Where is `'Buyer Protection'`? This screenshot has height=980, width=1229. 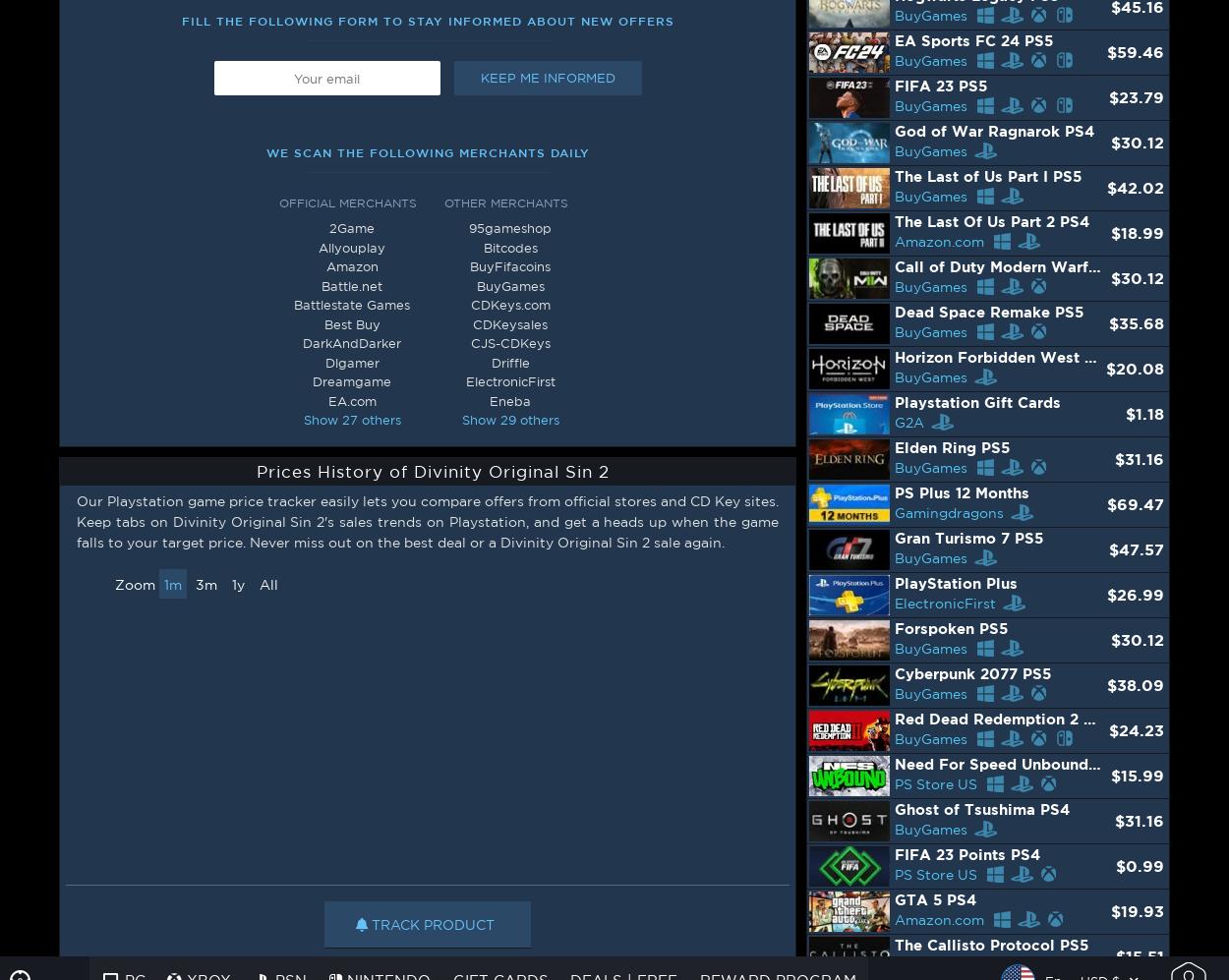 'Buyer Protection' is located at coordinates (1001, 626).